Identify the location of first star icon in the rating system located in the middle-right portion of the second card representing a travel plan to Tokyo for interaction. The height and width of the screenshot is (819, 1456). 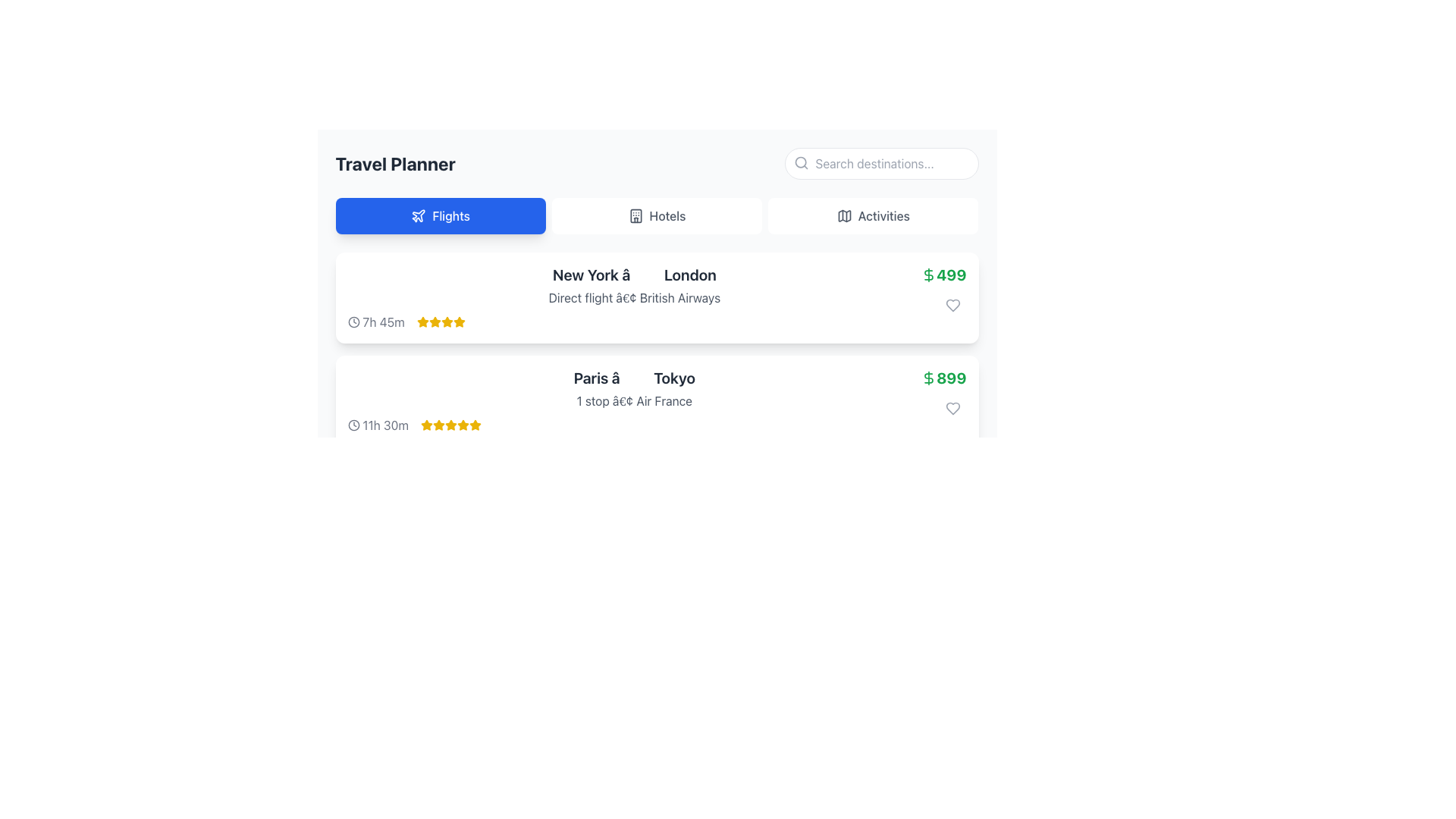
(426, 425).